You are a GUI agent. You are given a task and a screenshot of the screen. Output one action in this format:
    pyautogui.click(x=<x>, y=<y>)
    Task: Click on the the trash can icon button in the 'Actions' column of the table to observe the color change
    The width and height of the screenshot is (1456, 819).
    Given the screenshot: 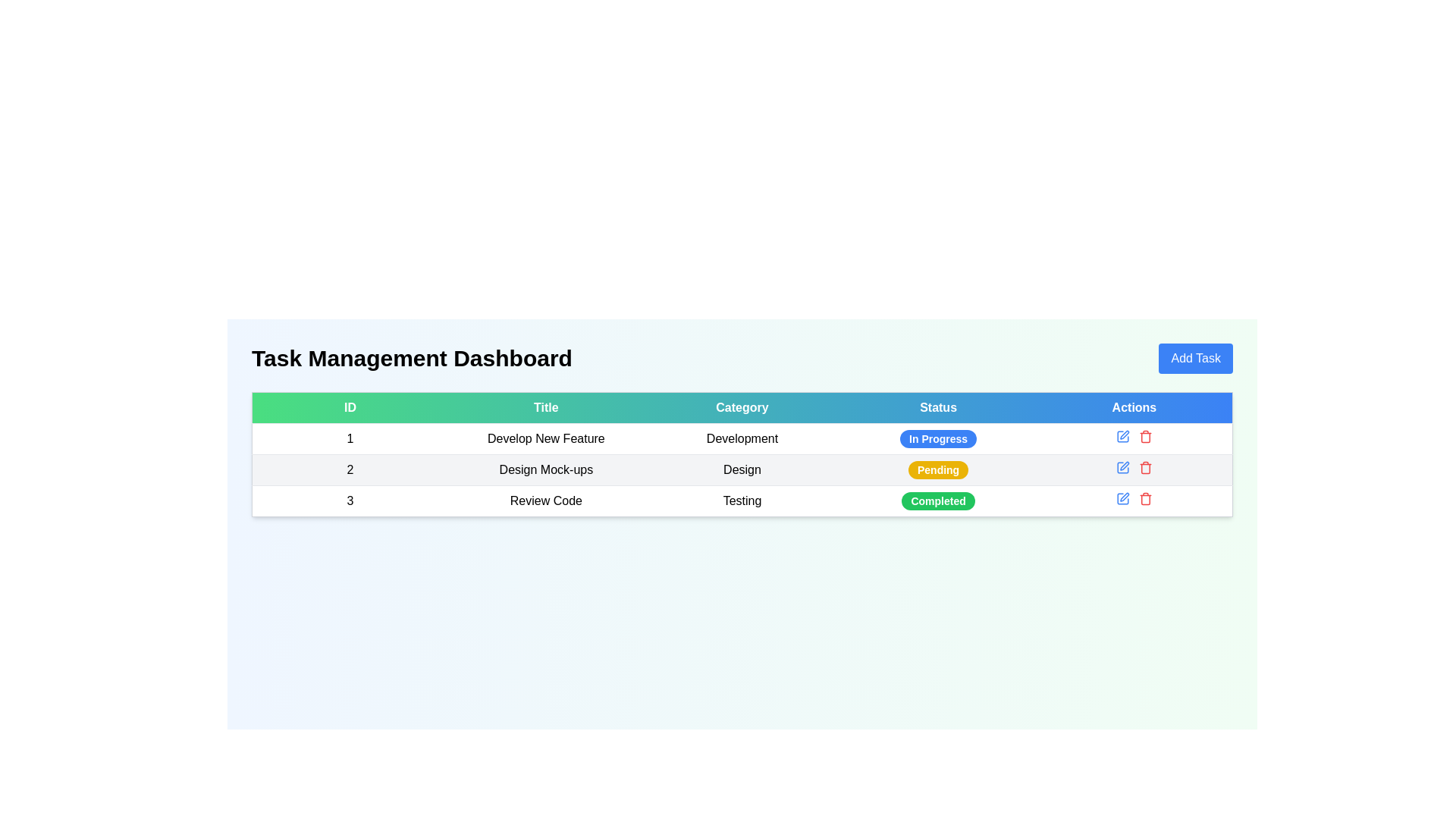 What is the action you would take?
    pyautogui.click(x=1145, y=467)
    